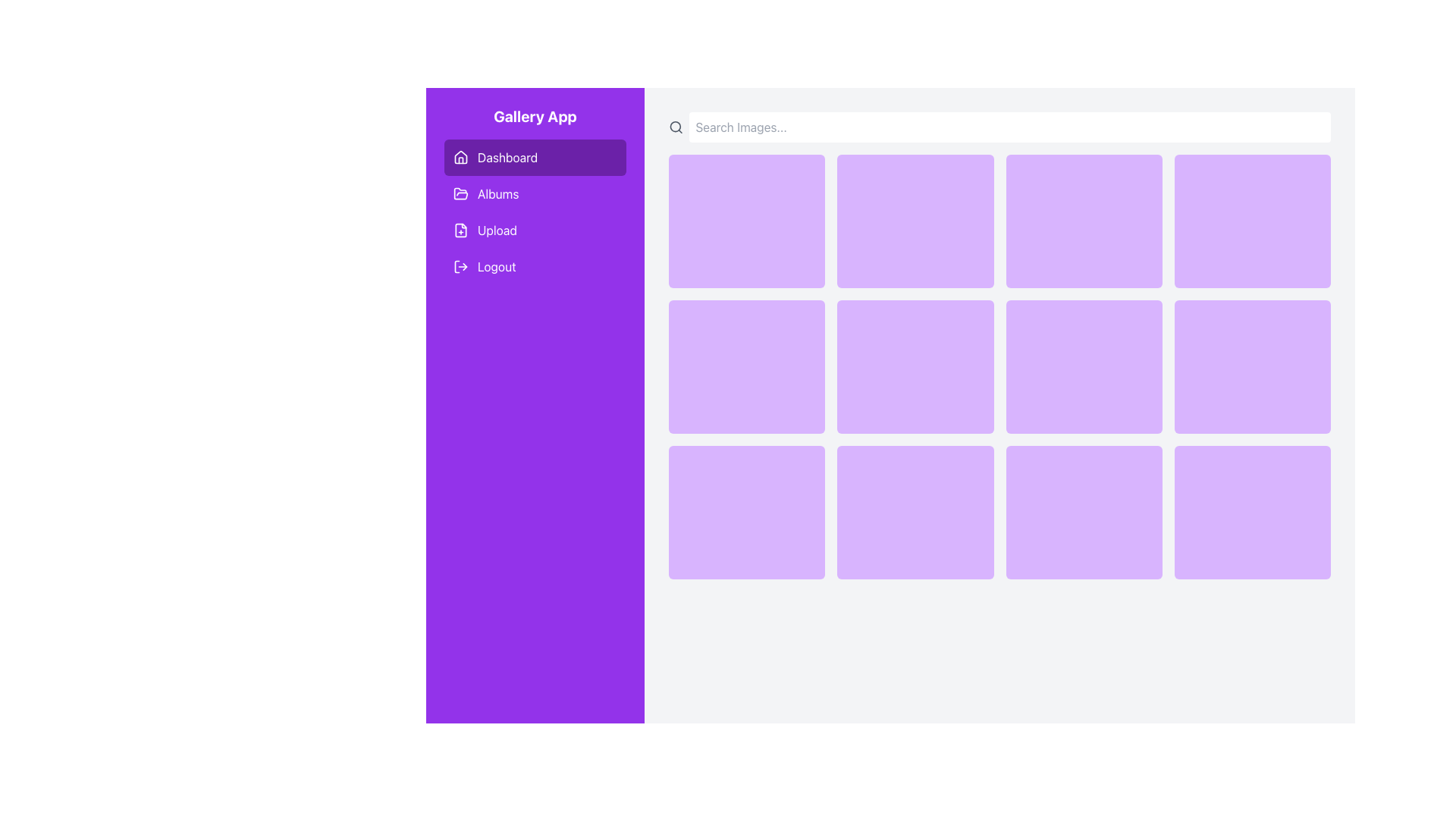  What do you see at coordinates (507, 158) in the screenshot?
I see `the 'Dashboard' text label located in the left-side navigation bar, which serves as a navigational identifier for accessing the main dashboard functionality of the application` at bounding box center [507, 158].